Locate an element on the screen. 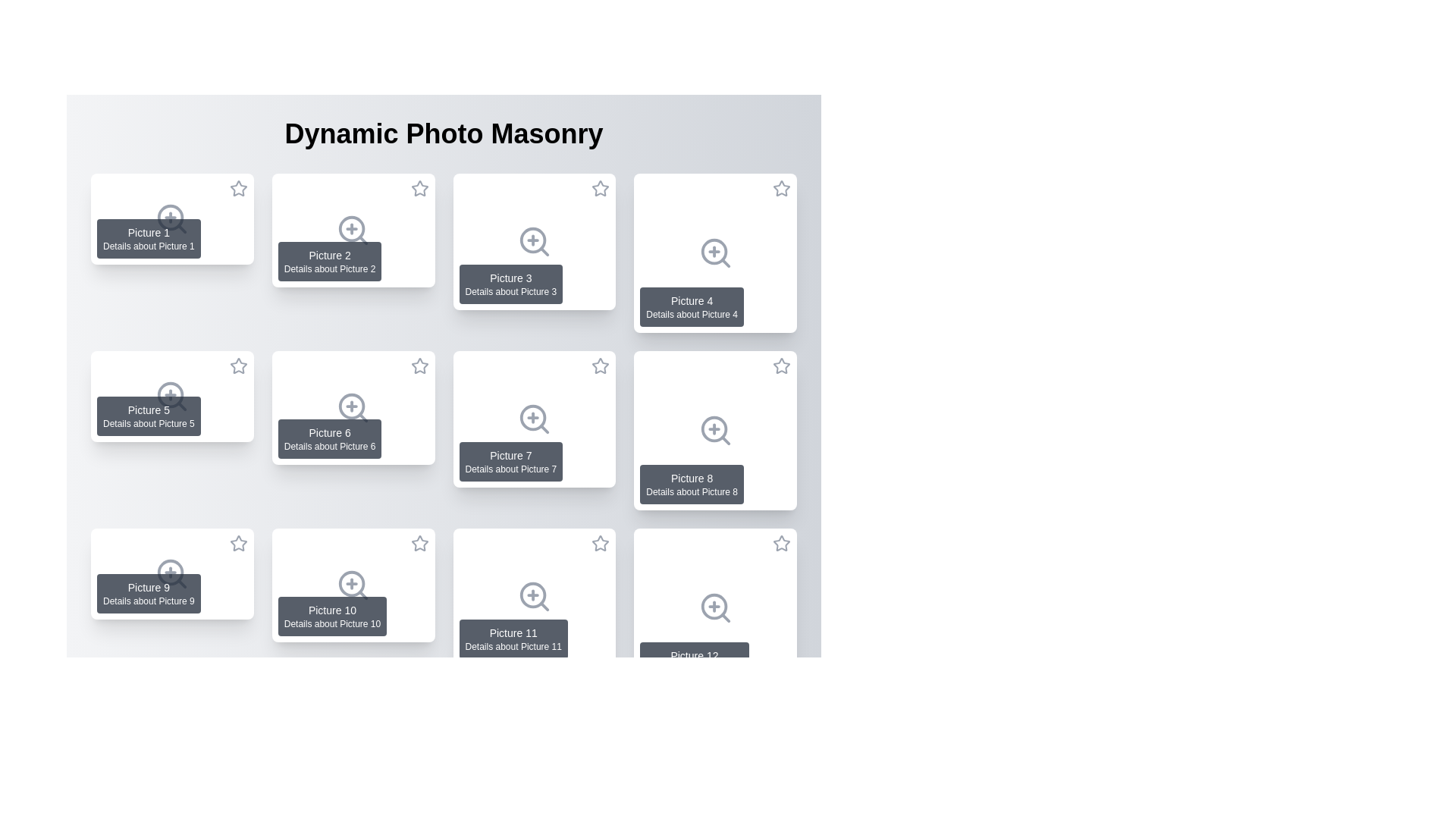  the star-shaped icon is located at coordinates (237, 546).